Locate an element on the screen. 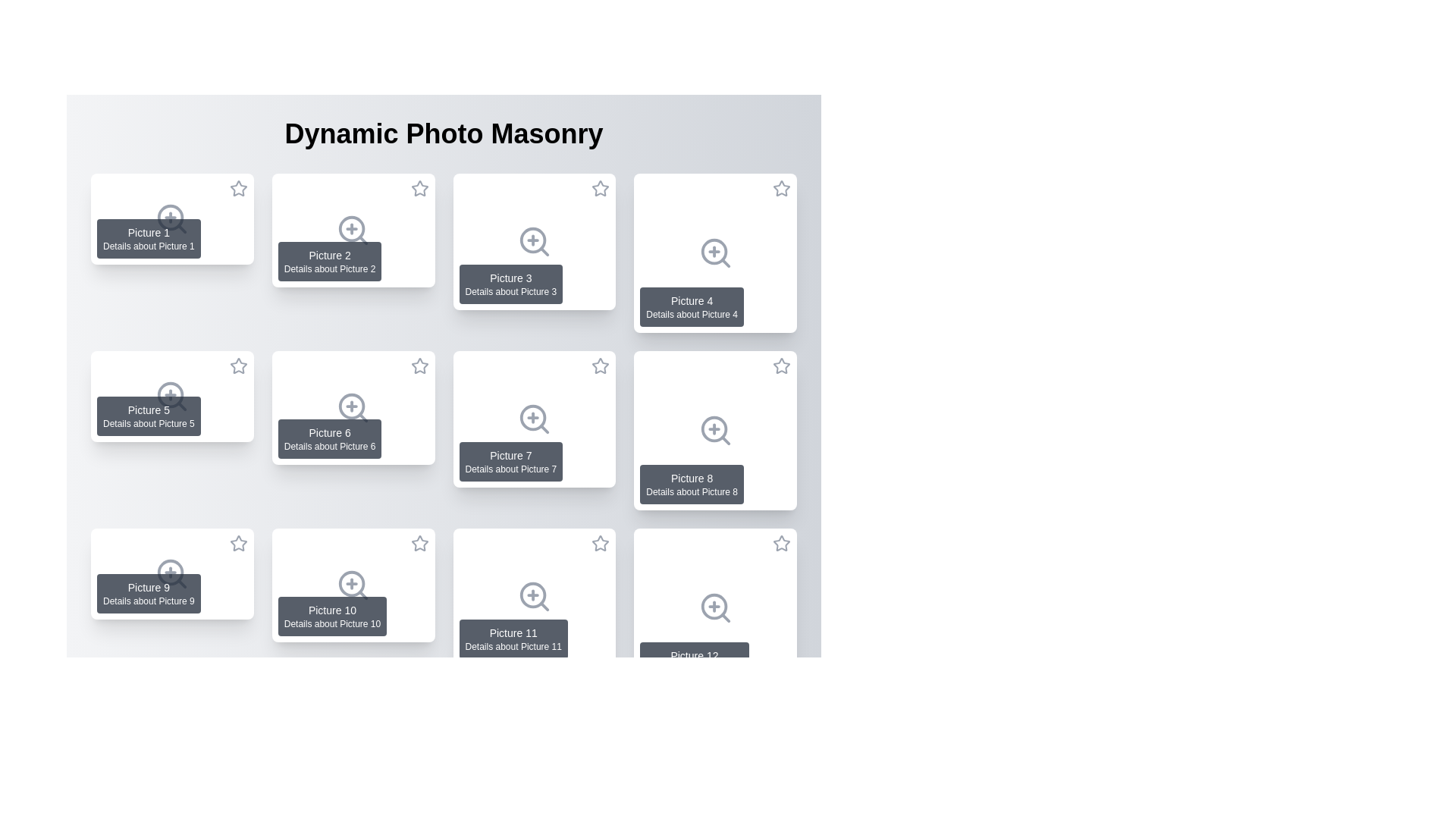  the star-shaped icon is located at coordinates (237, 546).